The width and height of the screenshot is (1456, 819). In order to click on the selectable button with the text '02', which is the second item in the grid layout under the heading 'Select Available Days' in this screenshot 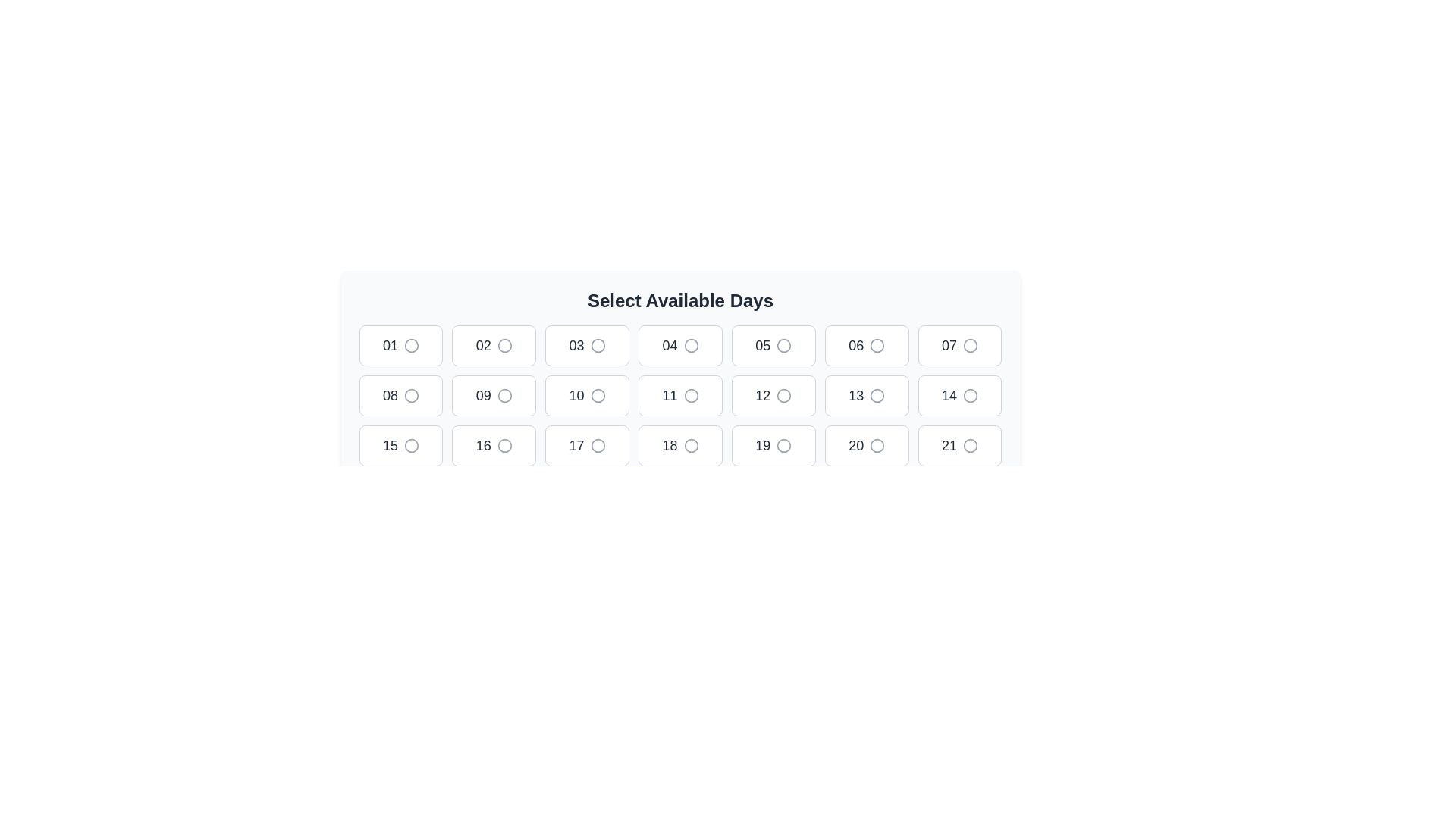, I will do `click(494, 345)`.